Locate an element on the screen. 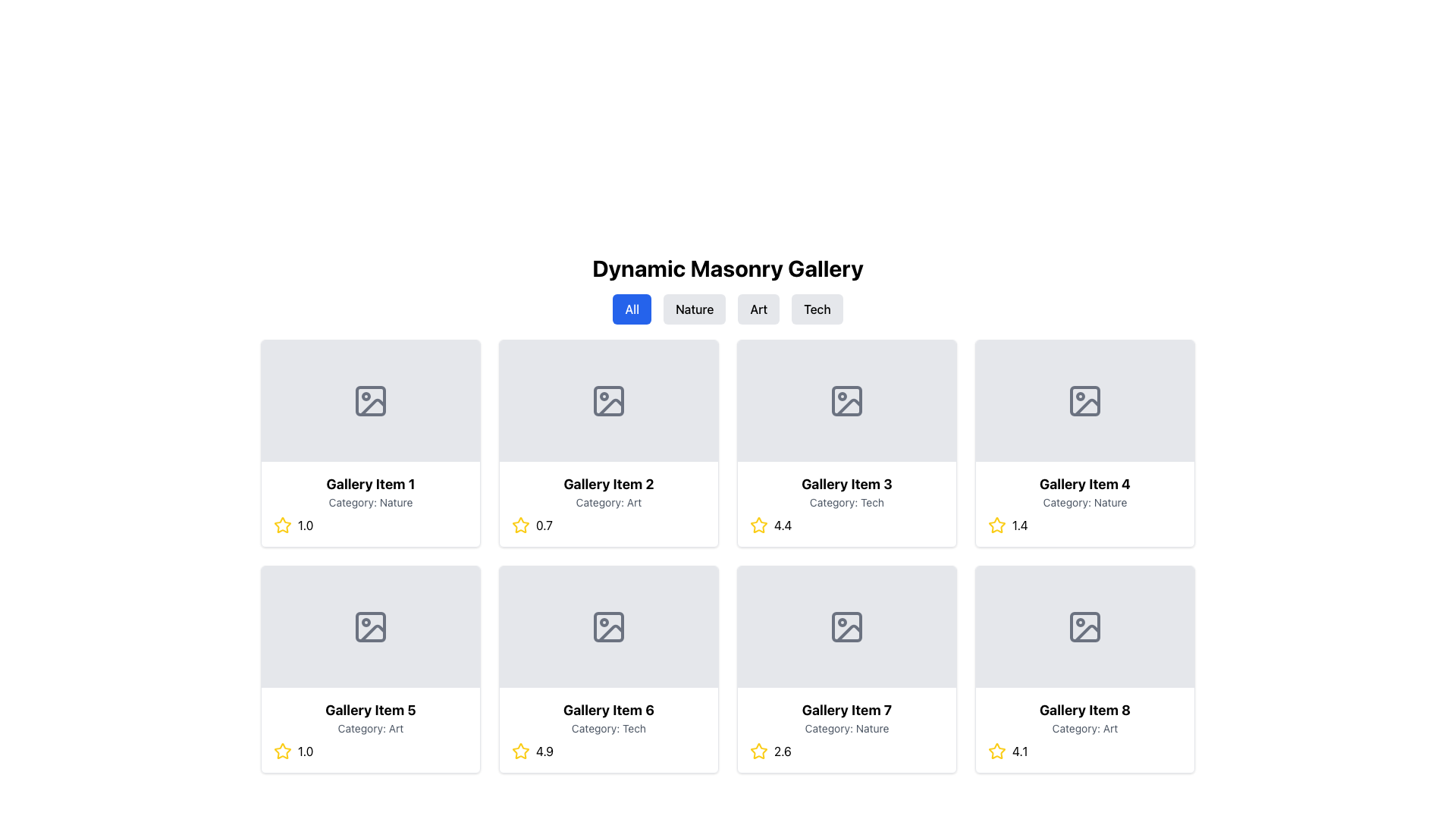 The image size is (1456, 819). the rating display component for 'Gallery Item 5', which visually represents the rating score and is located in the bottom left area of the card beneath the 'Category: Art' description is located at coordinates (371, 752).